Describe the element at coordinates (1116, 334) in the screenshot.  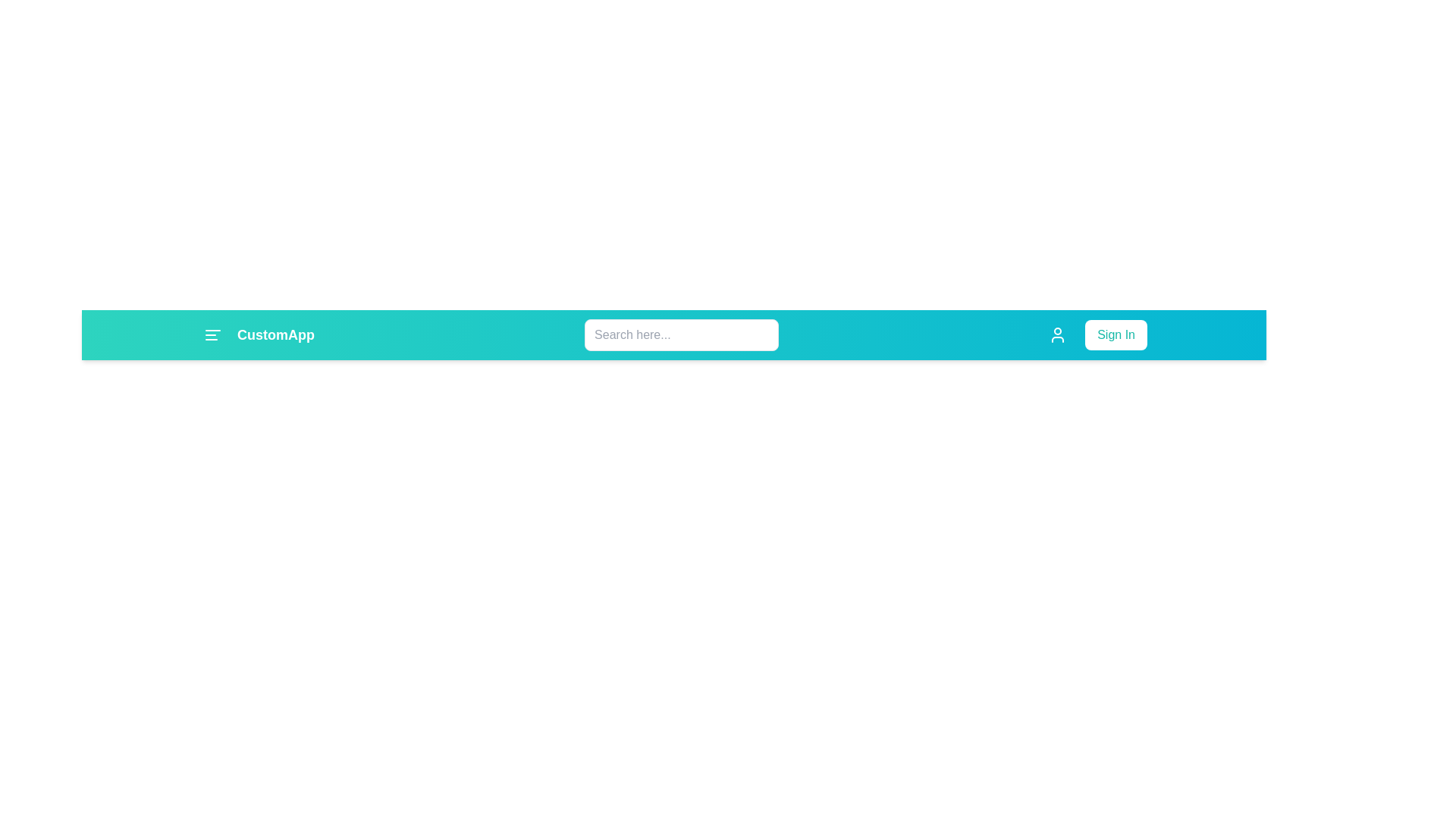
I see `the button at sign_in_button to observe its hover effect` at that location.